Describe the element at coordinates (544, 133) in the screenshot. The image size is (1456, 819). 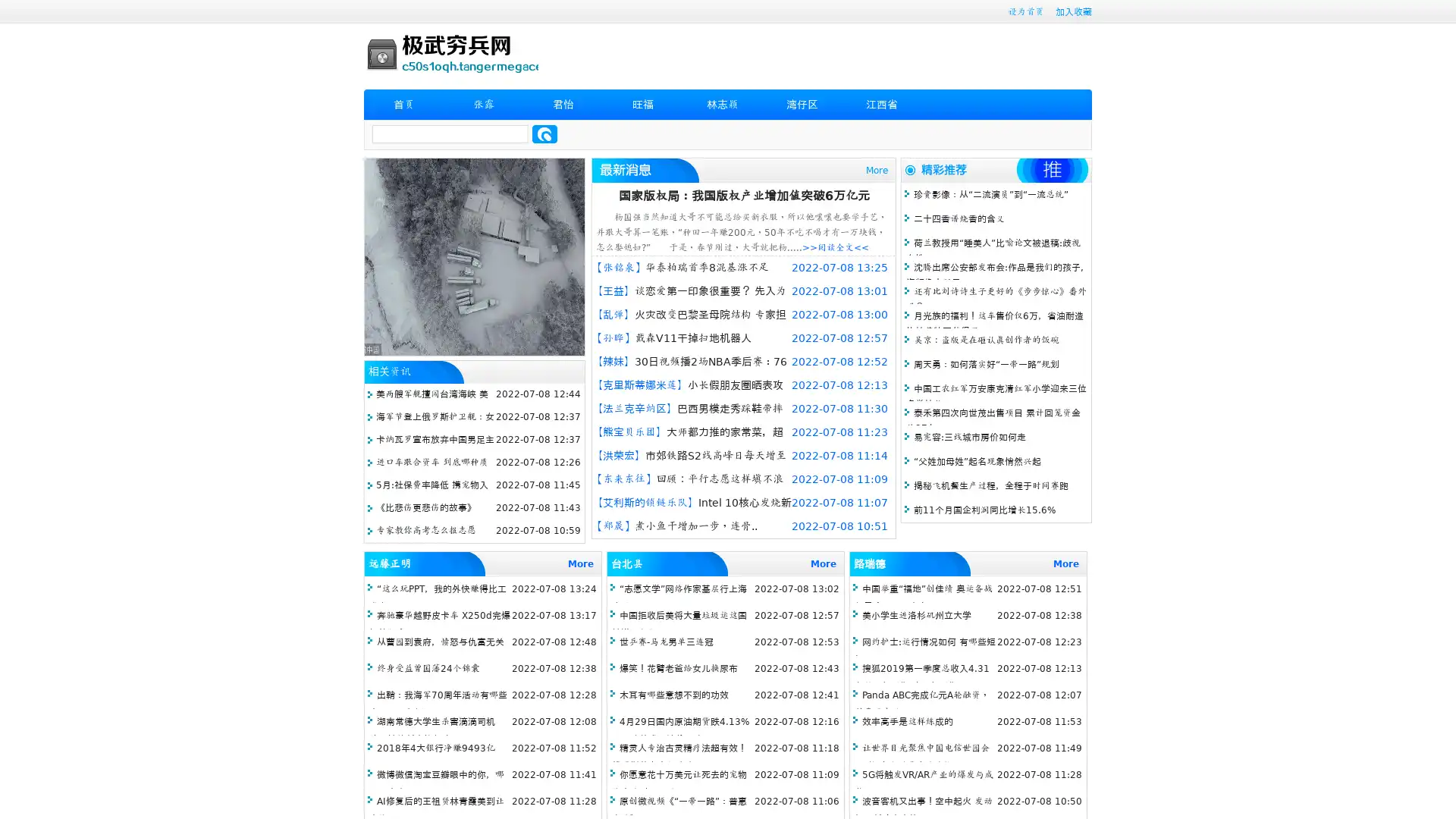
I see `Search` at that location.